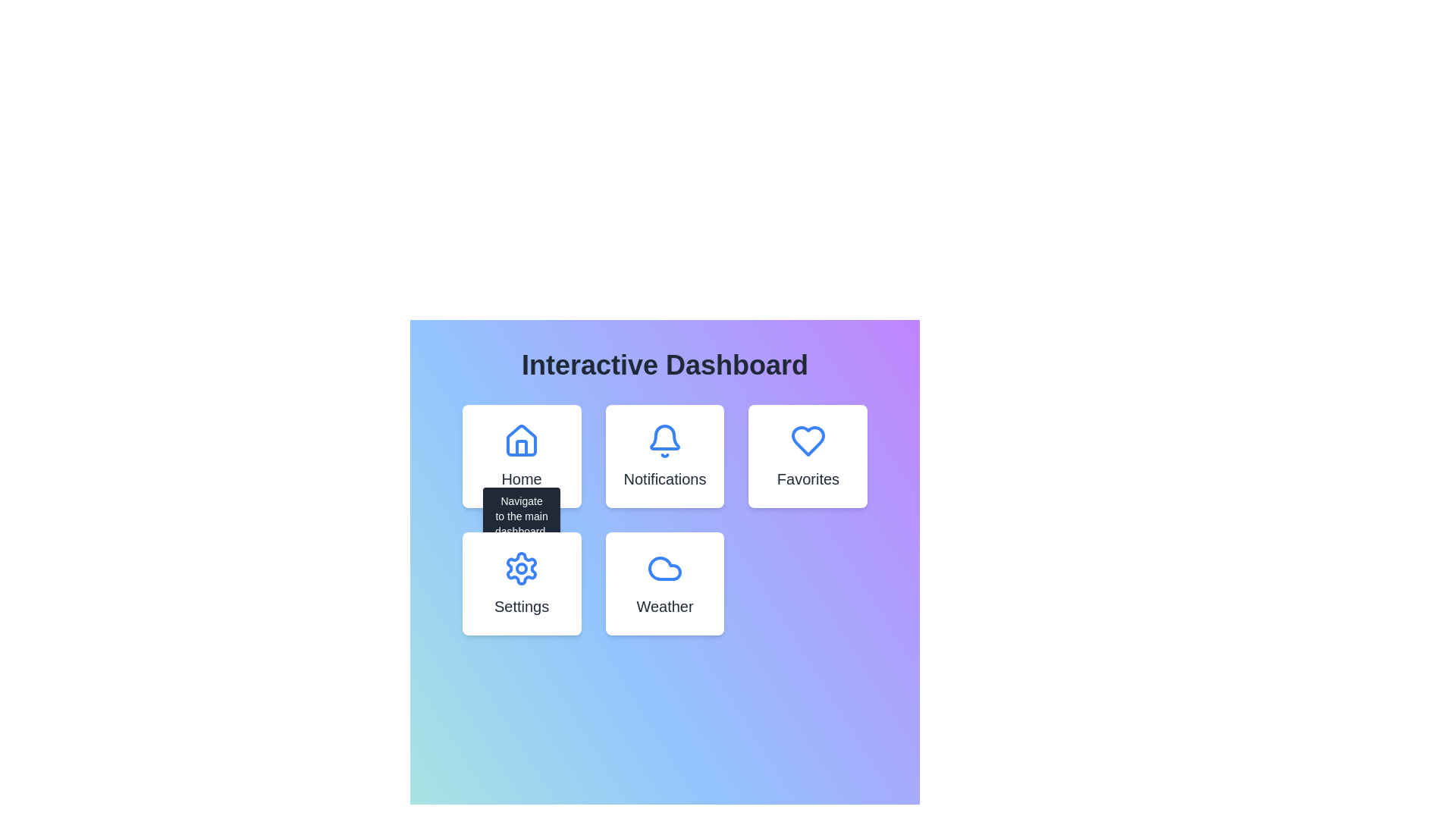 This screenshot has width=1456, height=819. What do you see at coordinates (807, 441) in the screenshot?
I see `the blue heart-shaped icon with a thick outline and hollow center located in the Favorites section` at bounding box center [807, 441].